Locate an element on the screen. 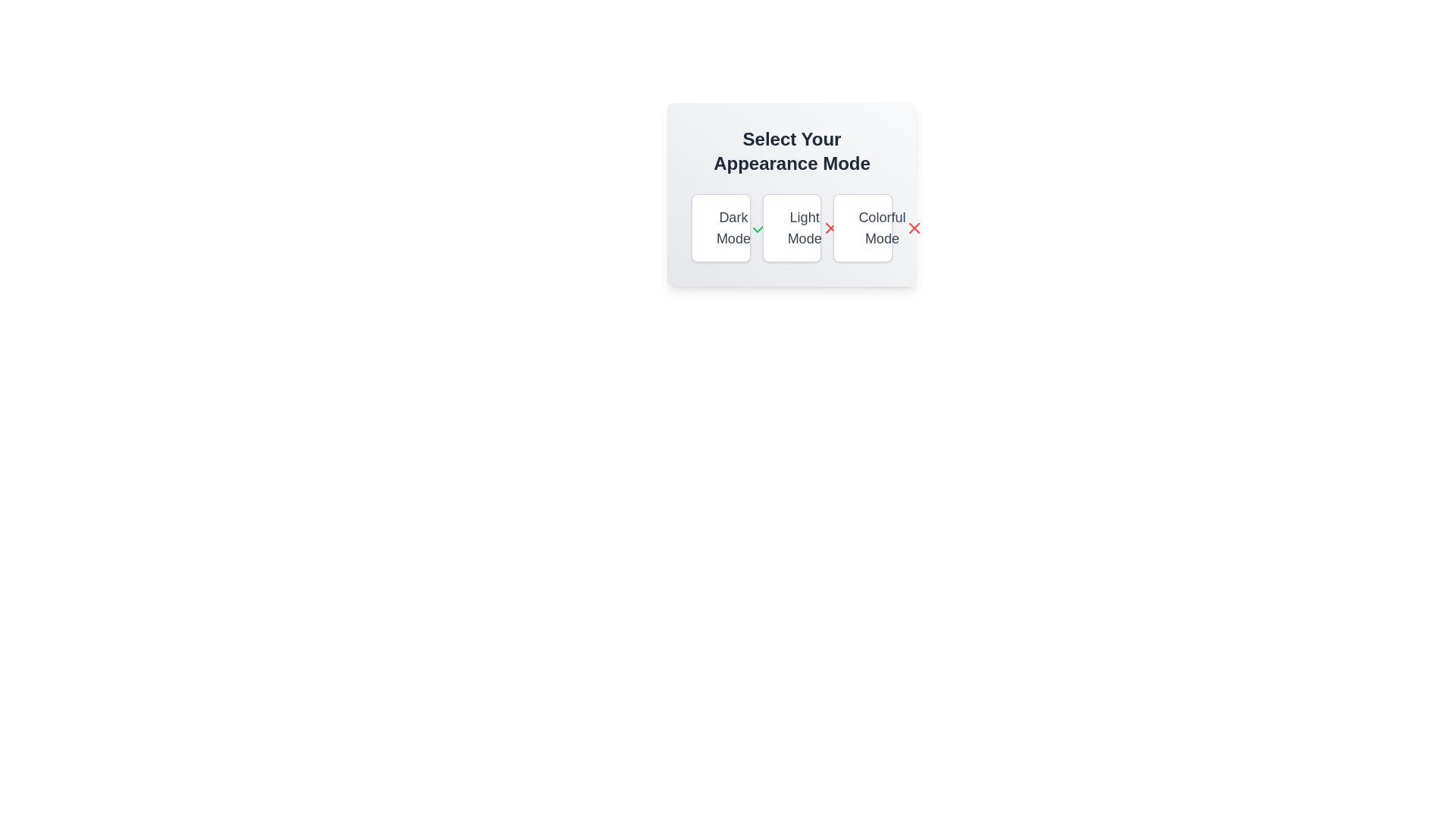  the appearance mode Light Mode by clicking on its respective button is located at coordinates (791, 227).